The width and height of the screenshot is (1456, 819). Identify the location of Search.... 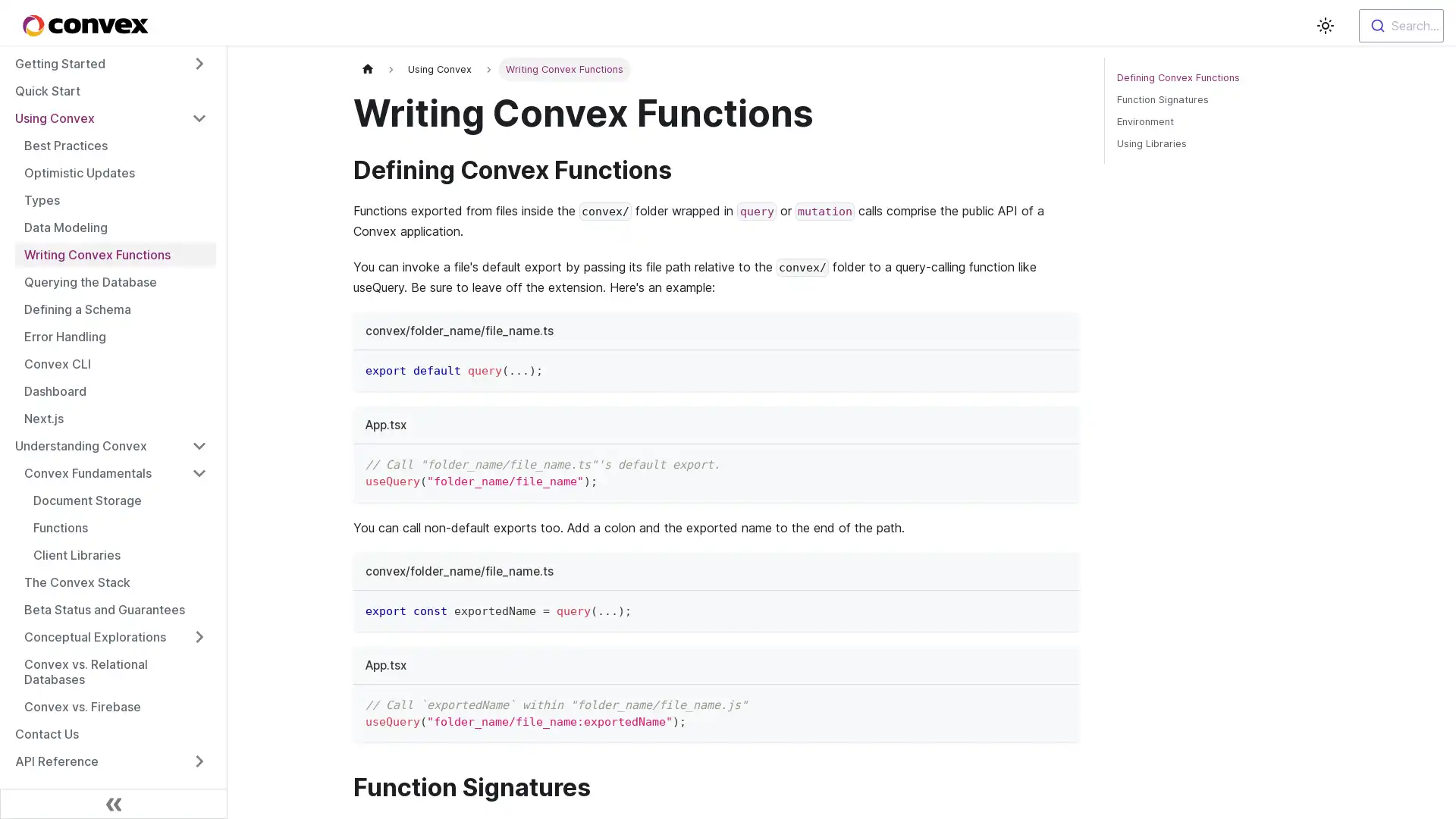
(1401, 26).